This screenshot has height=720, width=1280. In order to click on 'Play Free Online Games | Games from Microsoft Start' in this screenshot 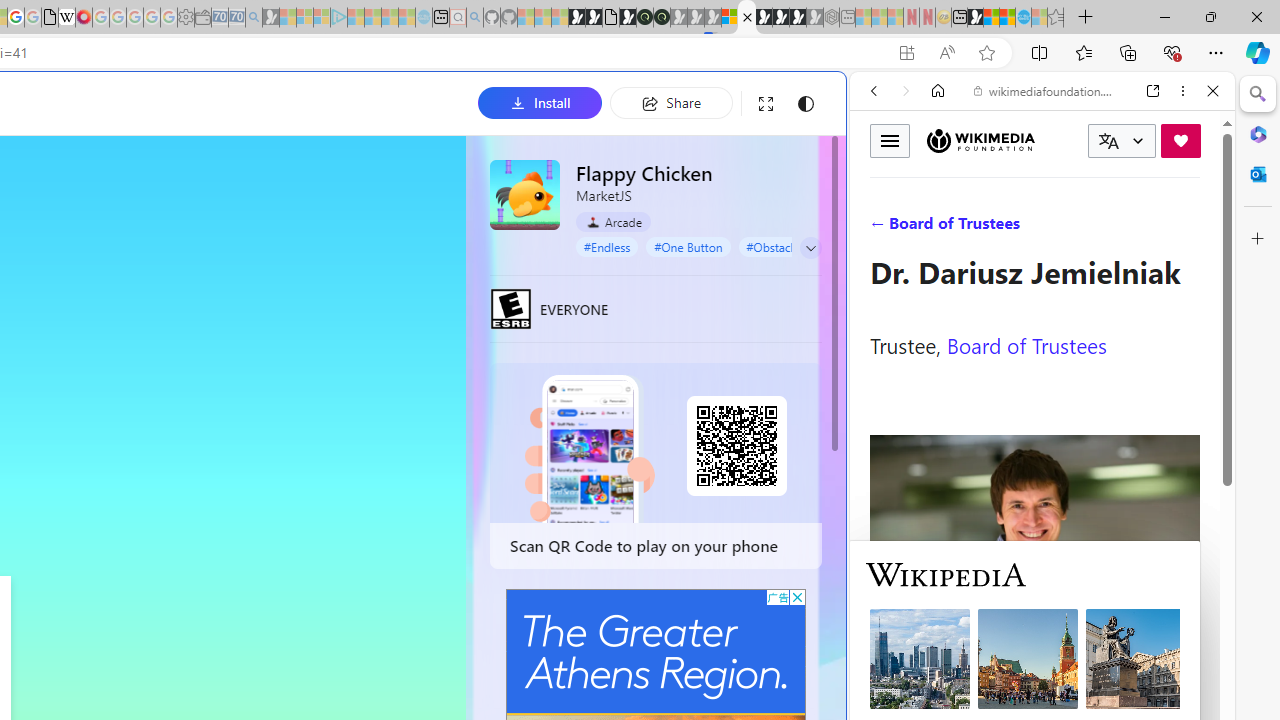, I will do `click(763, 17)`.